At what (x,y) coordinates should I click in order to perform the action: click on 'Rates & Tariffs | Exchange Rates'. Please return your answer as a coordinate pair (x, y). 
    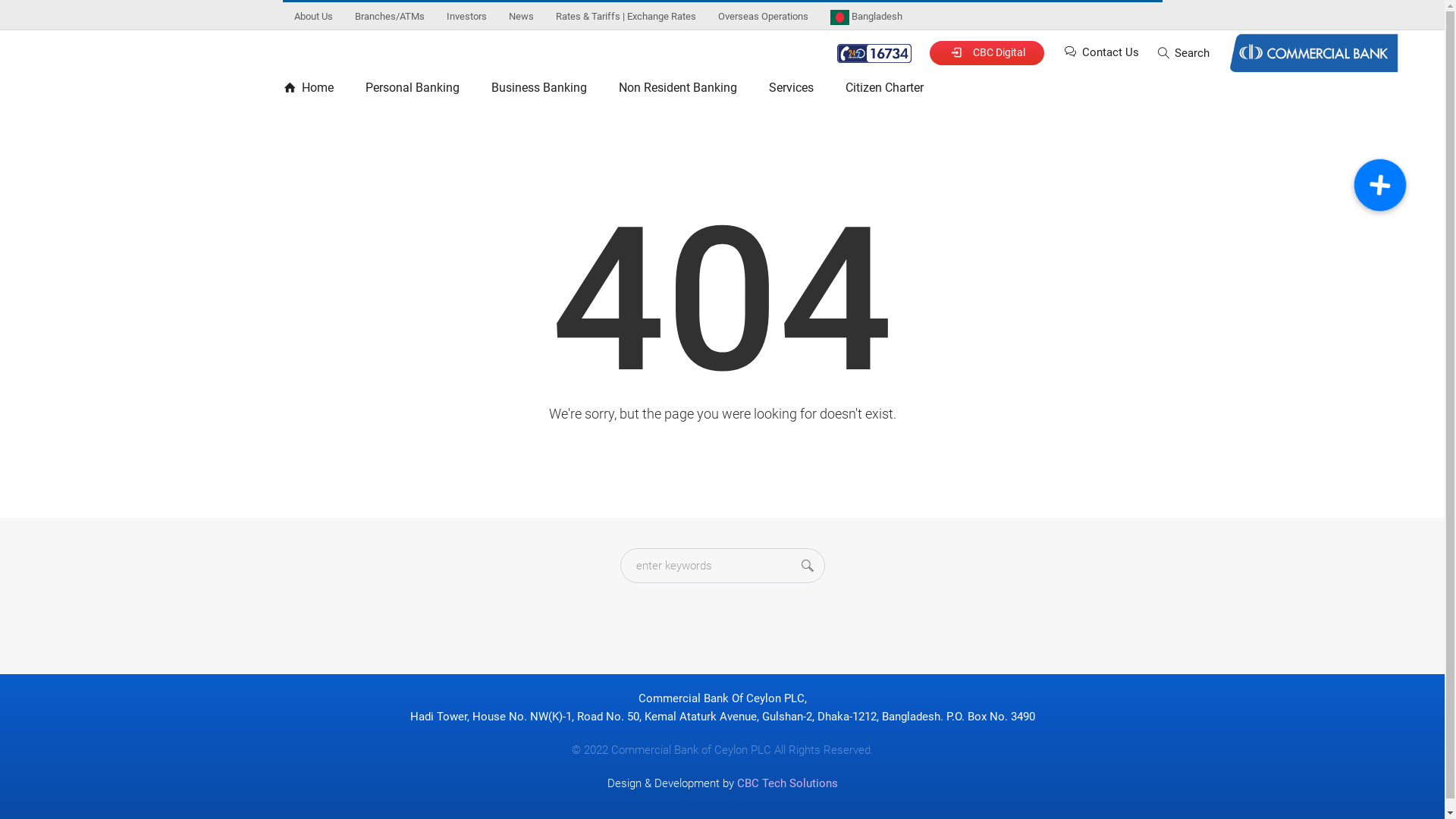
    Looking at the image, I should click on (625, 16).